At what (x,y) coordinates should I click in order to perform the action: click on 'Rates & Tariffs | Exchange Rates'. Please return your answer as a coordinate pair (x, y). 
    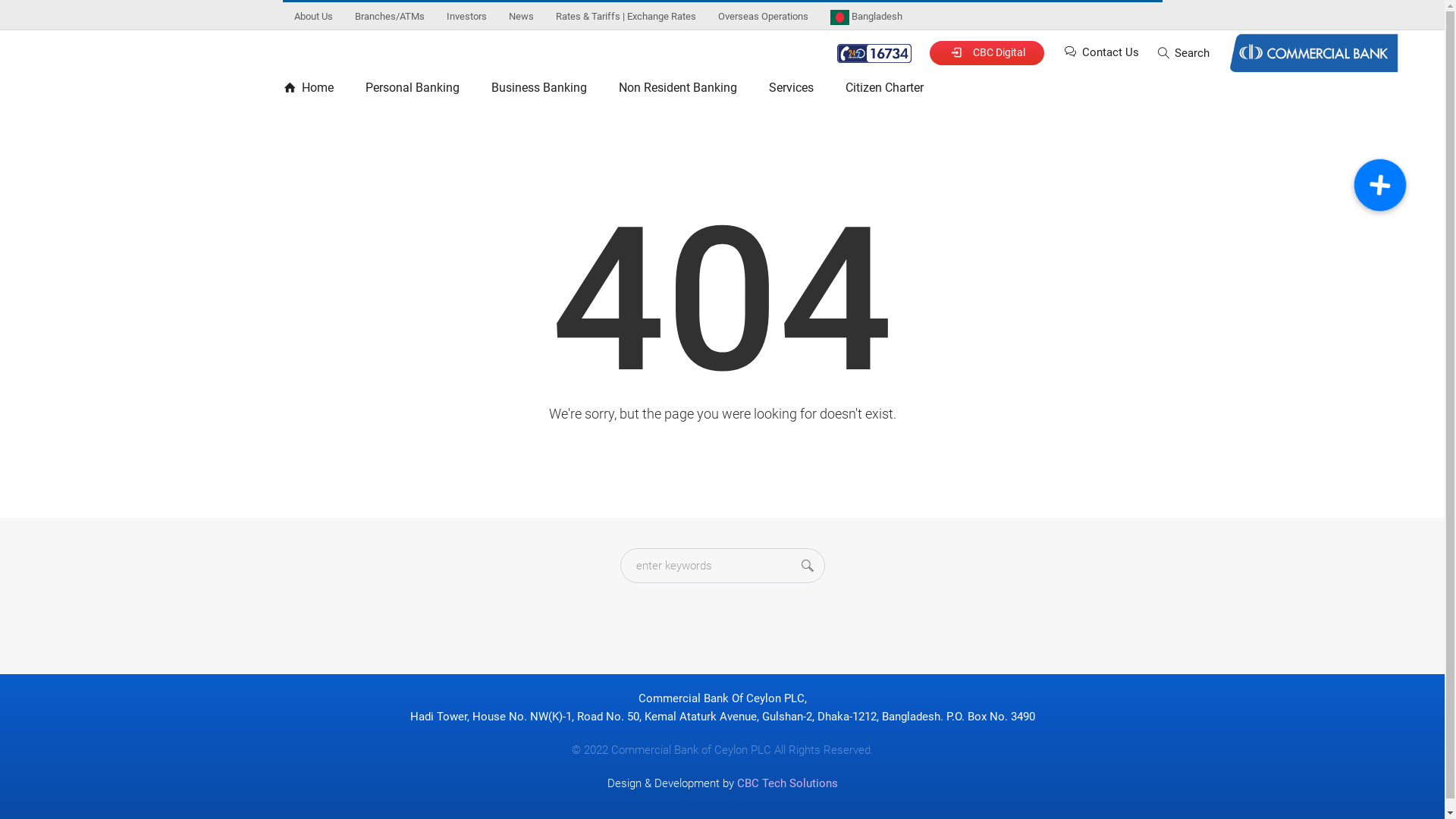
    Looking at the image, I should click on (625, 16).